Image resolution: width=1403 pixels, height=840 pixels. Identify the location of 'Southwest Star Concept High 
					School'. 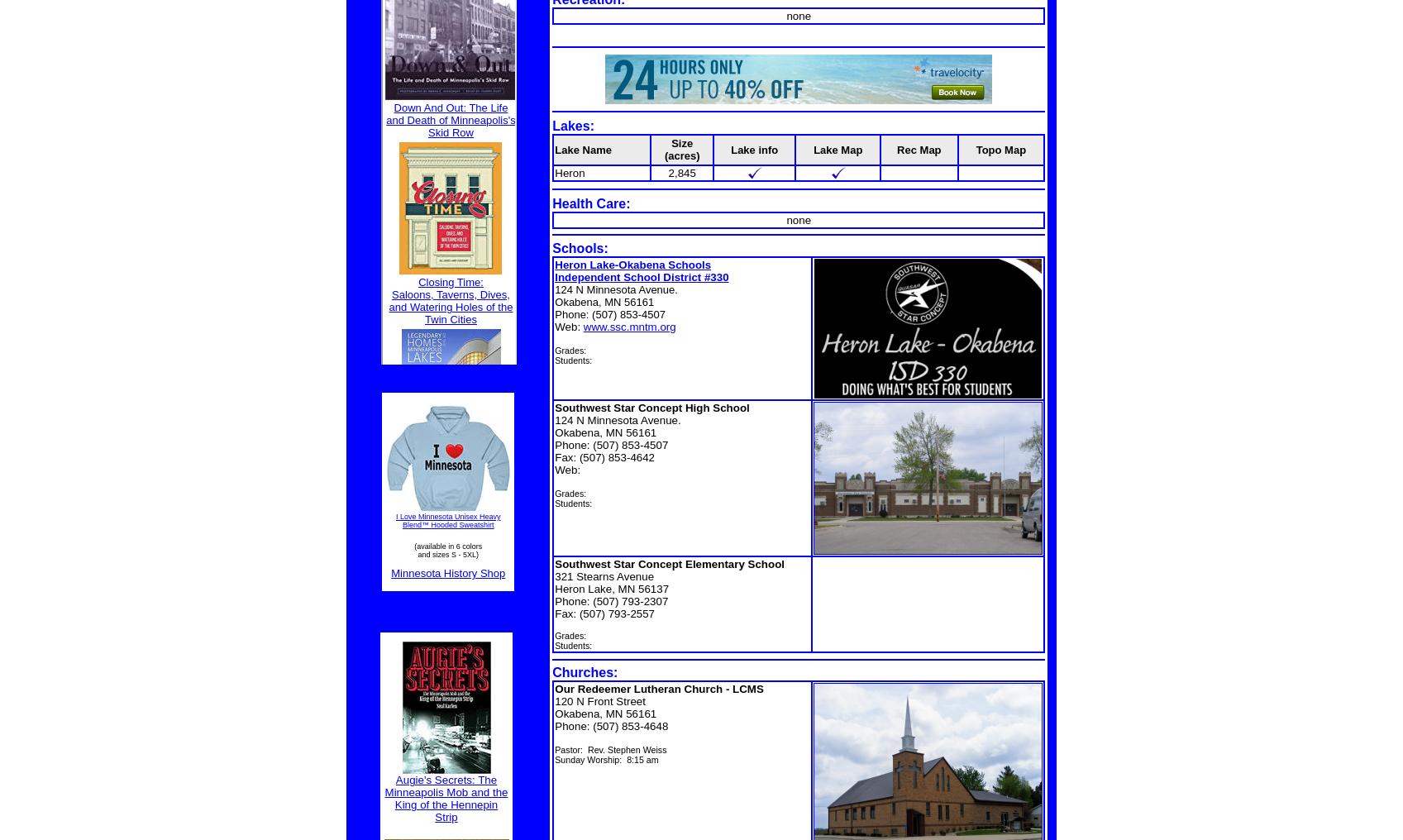
(554, 407).